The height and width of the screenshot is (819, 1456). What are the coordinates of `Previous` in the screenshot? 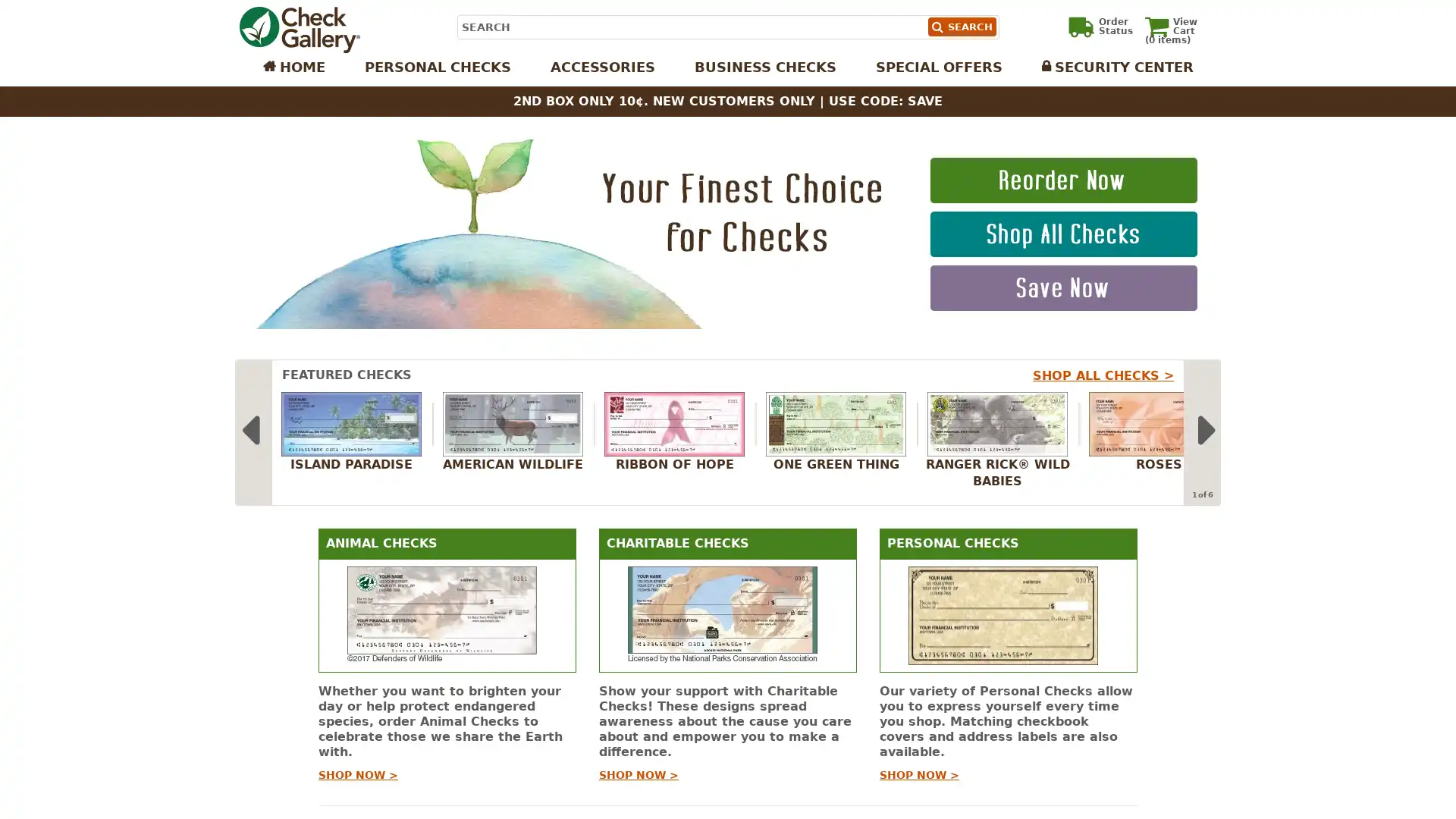 It's located at (249, 431).